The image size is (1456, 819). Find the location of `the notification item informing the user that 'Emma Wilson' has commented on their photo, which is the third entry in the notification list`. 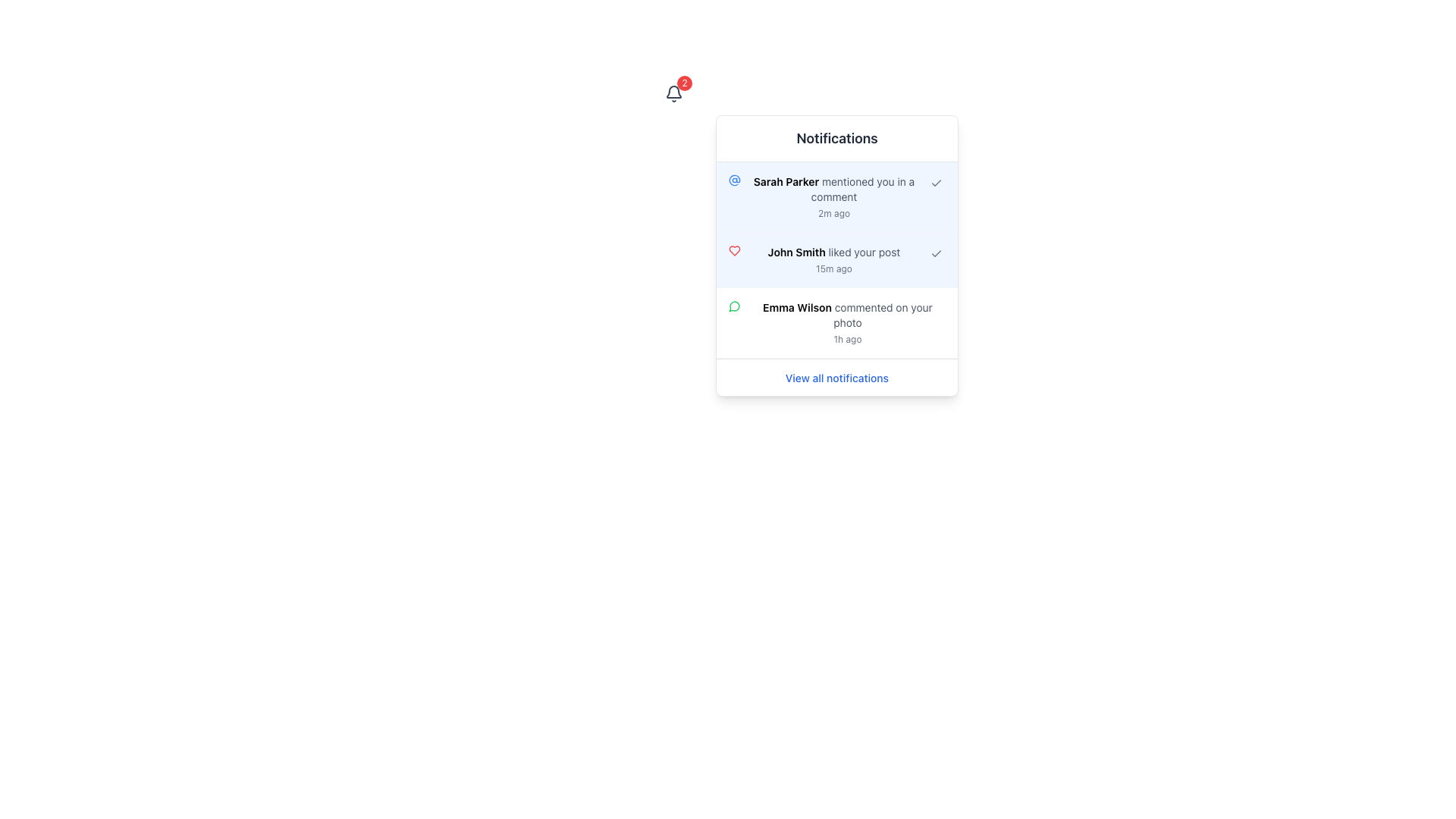

the notification item informing the user that 'Emma Wilson' has commented on their photo, which is the third entry in the notification list is located at coordinates (847, 322).